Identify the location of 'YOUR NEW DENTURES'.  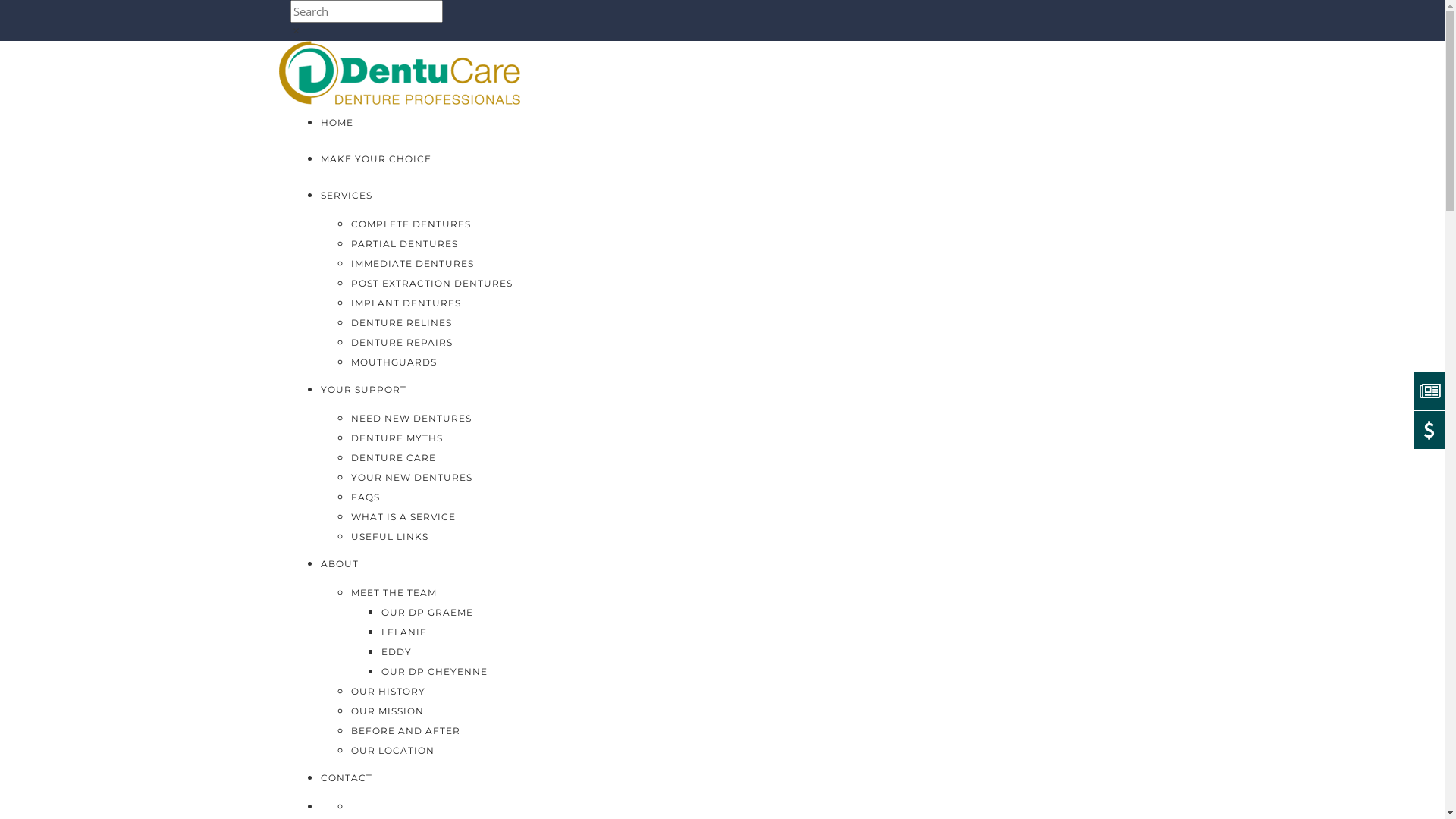
(411, 476).